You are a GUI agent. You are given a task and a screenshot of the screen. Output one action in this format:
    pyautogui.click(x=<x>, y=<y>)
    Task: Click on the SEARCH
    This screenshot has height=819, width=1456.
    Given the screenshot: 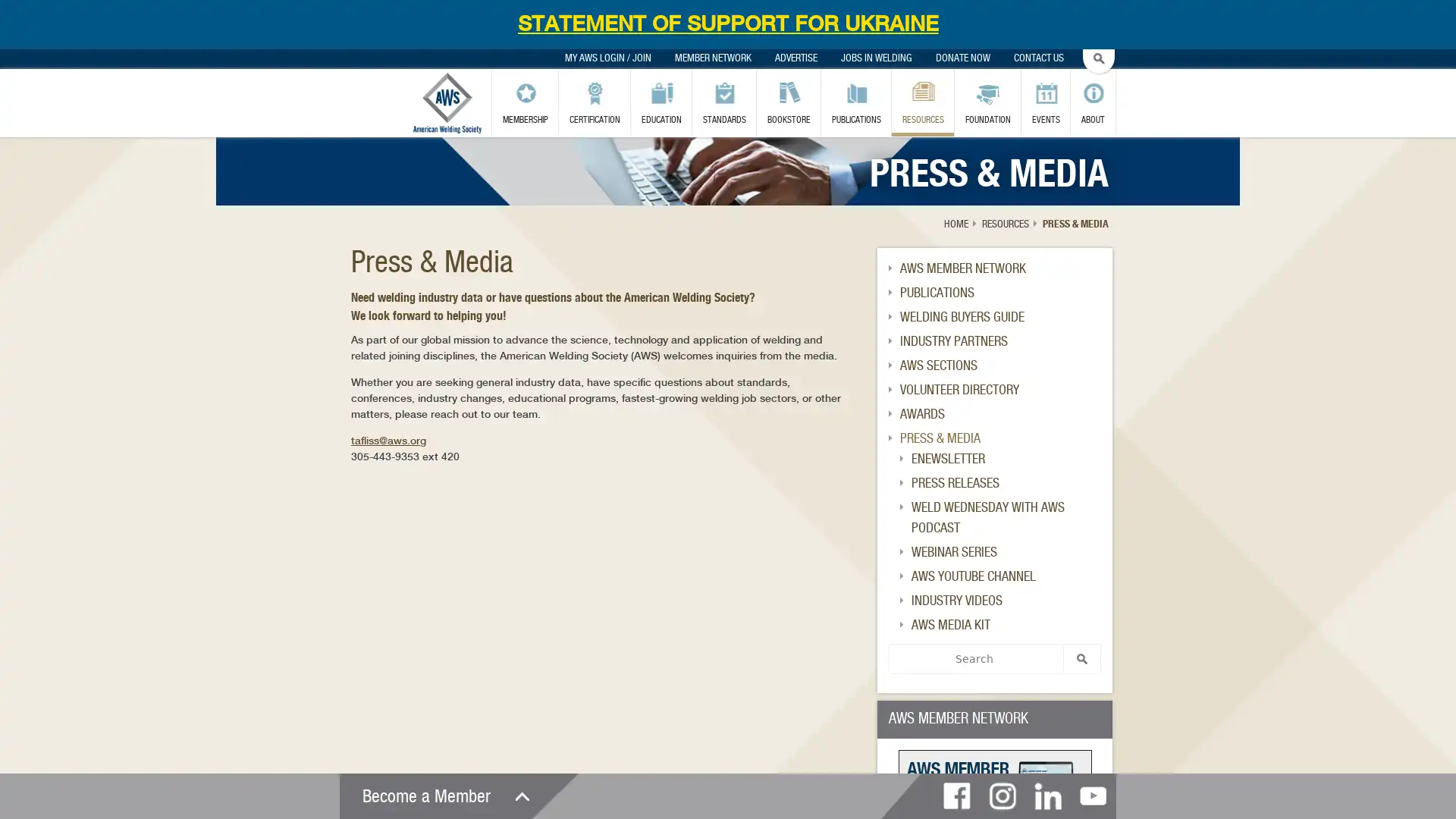 What is the action you would take?
    pyautogui.click(x=1081, y=657)
    